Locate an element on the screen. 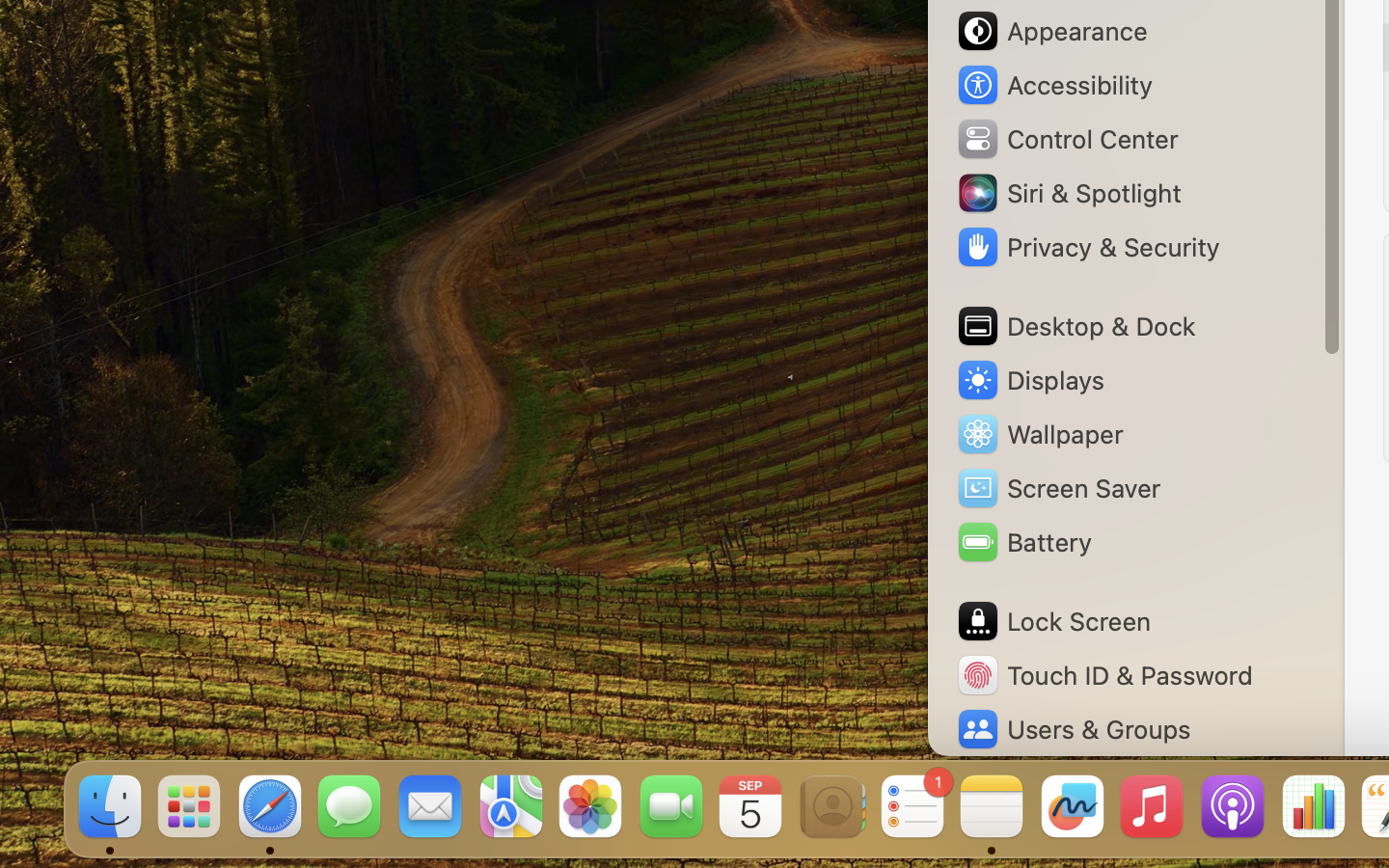 The width and height of the screenshot is (1389, 868). 'Accessibility' is located at coordinates (1052, 84).